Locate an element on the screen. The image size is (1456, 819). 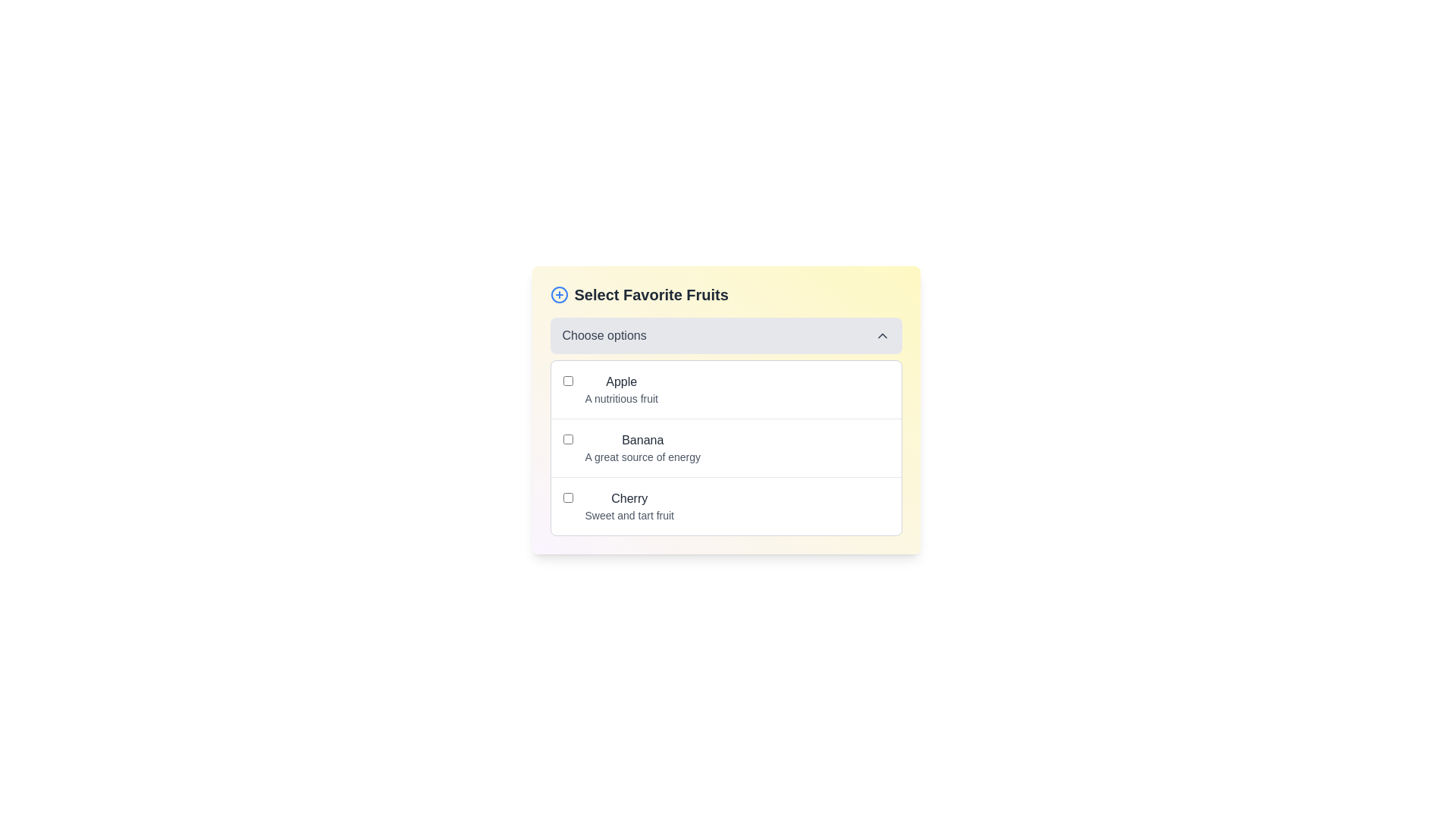
'Banana' text label, which is styled in dark gray and is the second item in the 'Select Favorite Fruits' section, positioned above 'Cherry' is located at coordinates (642, 441).